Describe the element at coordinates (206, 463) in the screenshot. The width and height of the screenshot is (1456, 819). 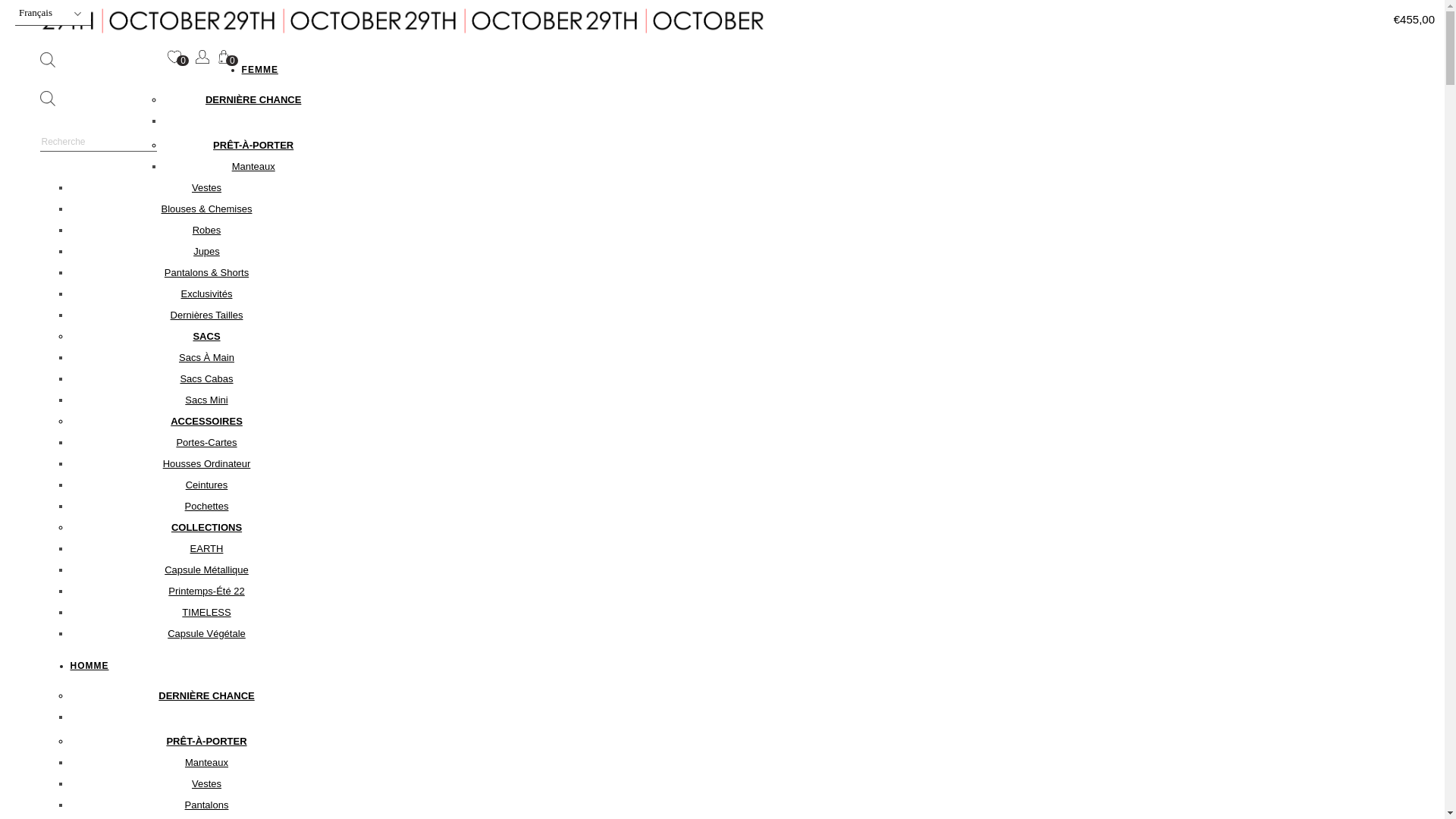
I see `'Housses Ordinateur'` at that location.